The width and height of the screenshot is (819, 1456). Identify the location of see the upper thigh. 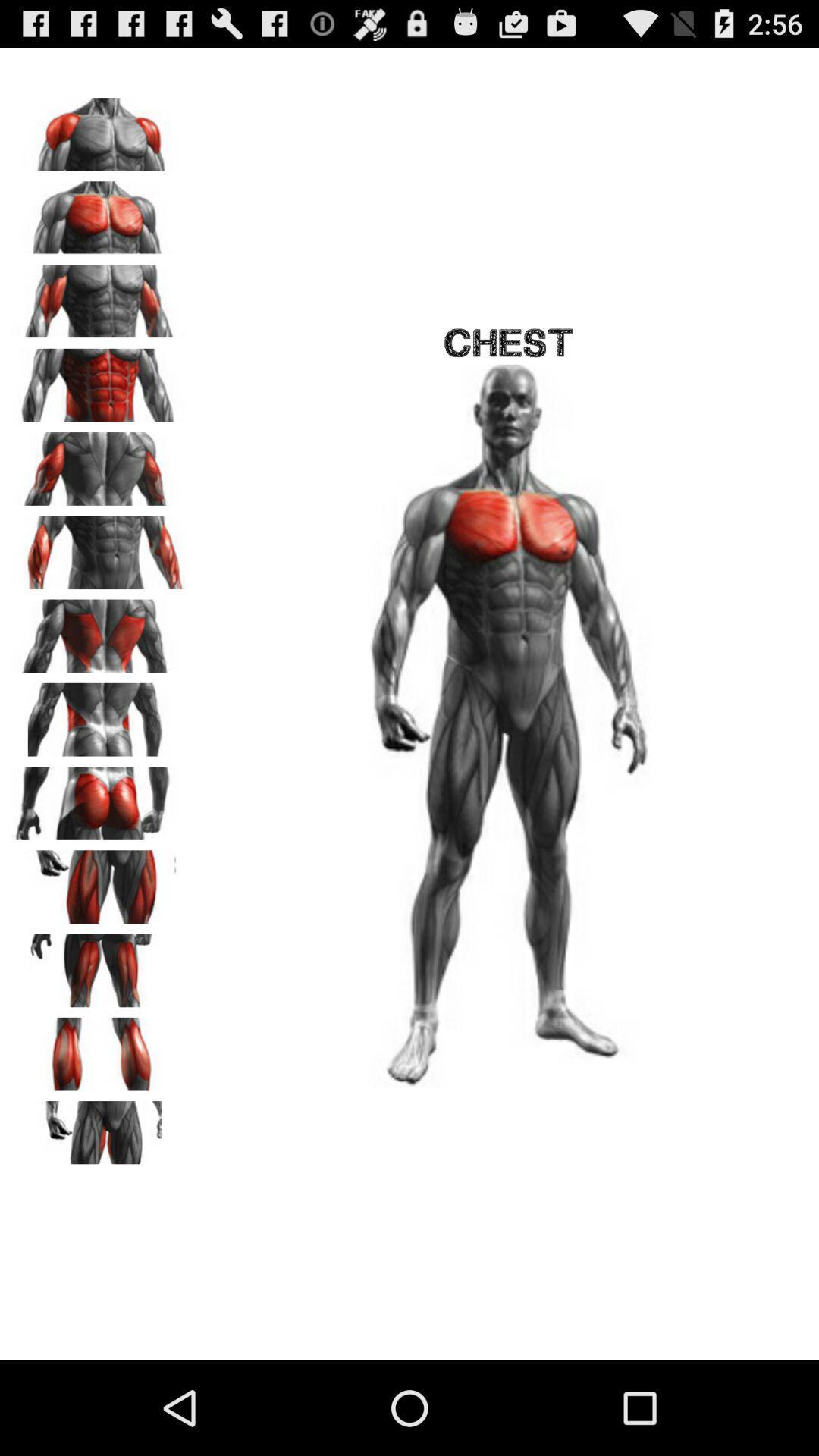
(99, 965).